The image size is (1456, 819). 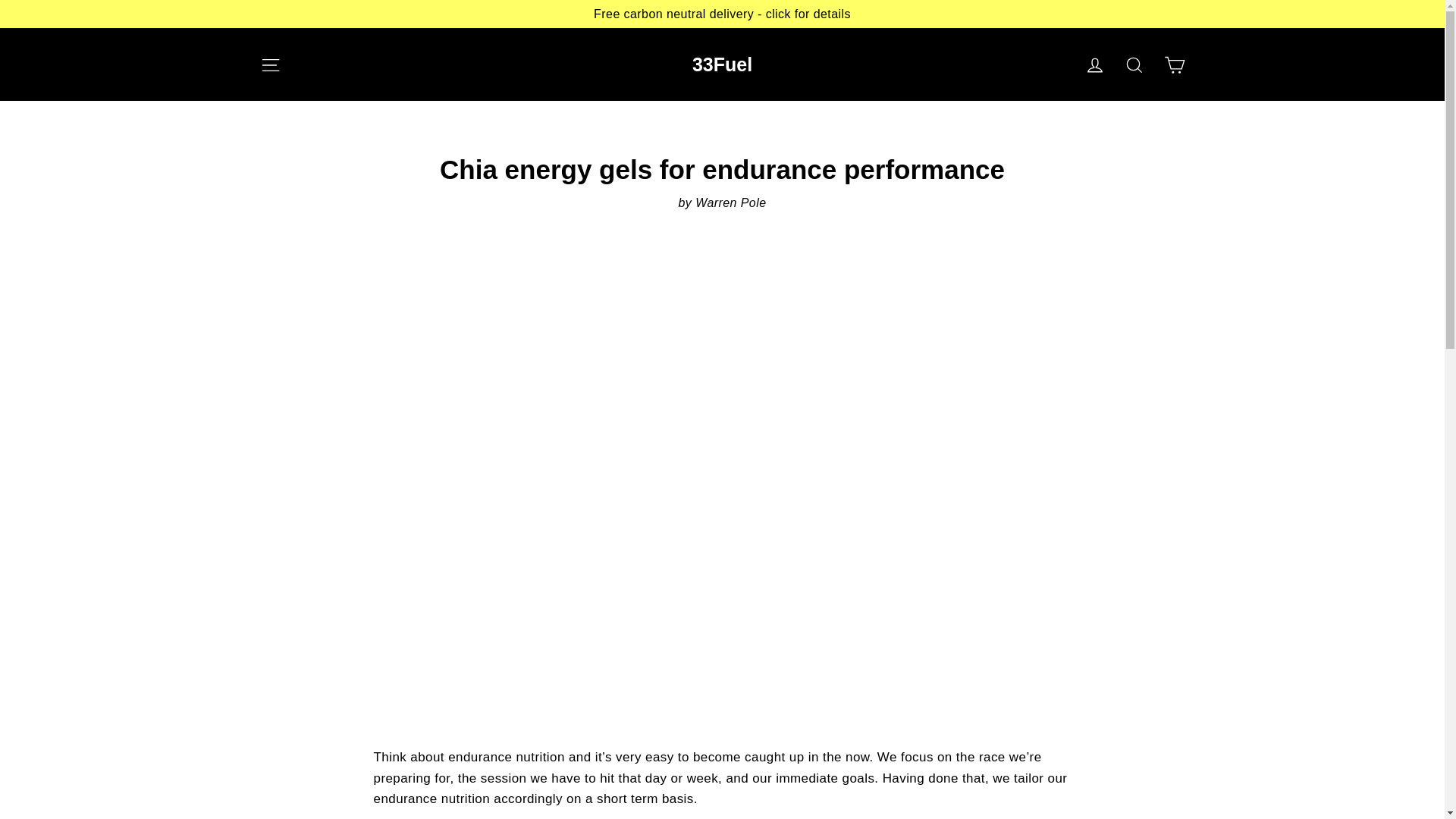 I want to click on '33Fuel', so click(x=721, y=63).